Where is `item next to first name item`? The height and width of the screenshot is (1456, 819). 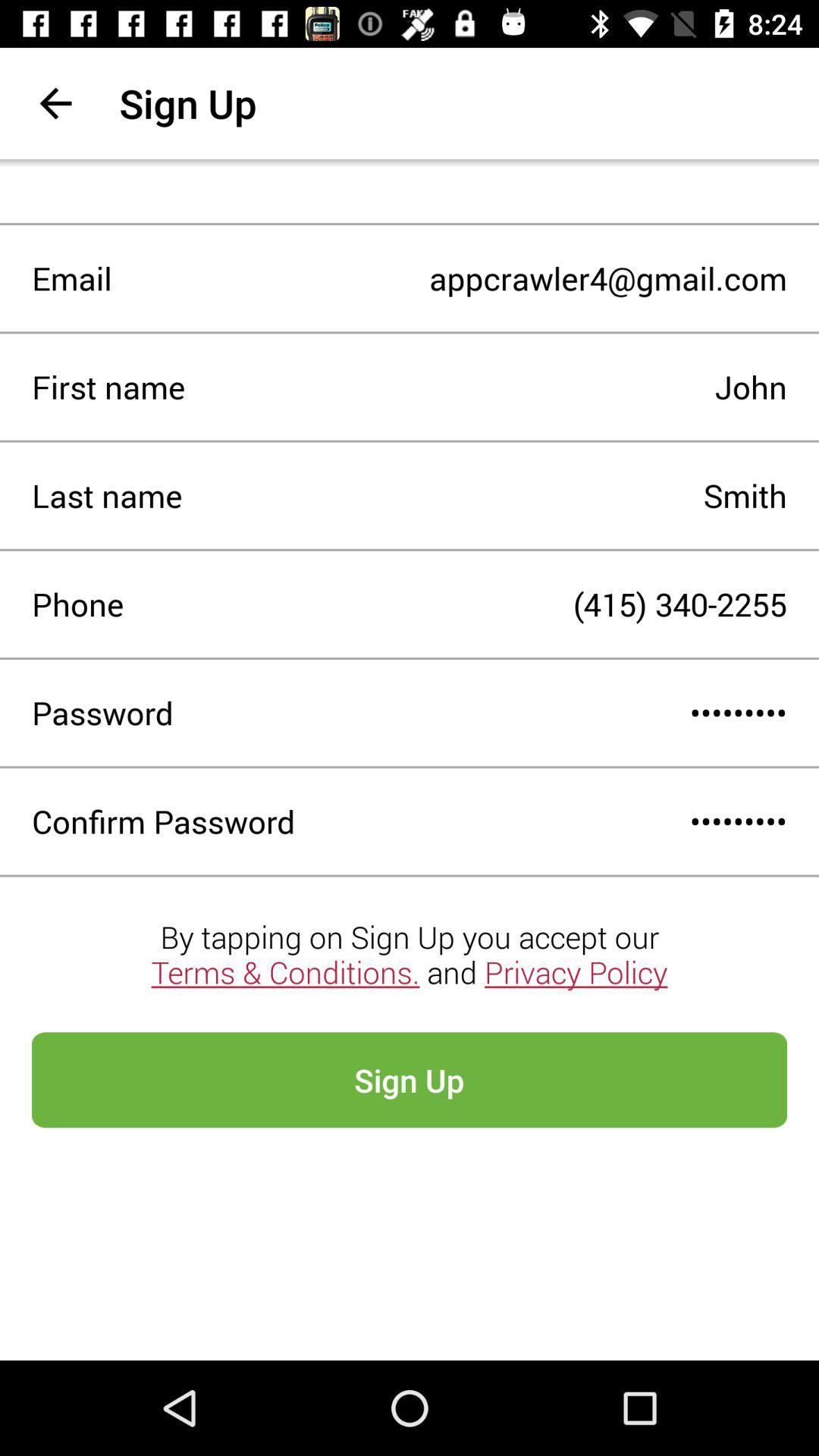 item next to first name item is located at coordinates (486, 387).